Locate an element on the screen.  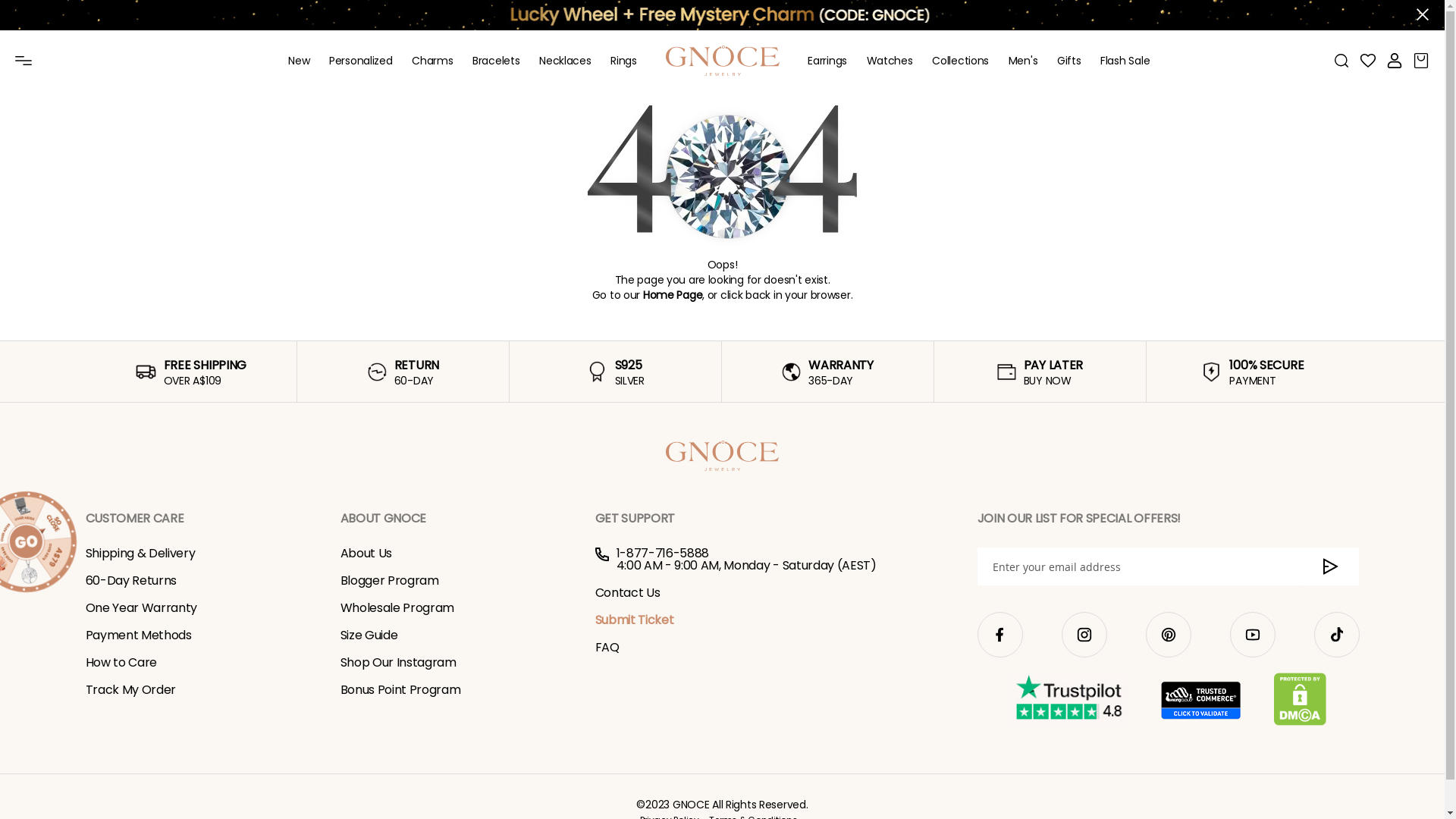
'Bonus Point Program' is located at coordinates (400, 689).